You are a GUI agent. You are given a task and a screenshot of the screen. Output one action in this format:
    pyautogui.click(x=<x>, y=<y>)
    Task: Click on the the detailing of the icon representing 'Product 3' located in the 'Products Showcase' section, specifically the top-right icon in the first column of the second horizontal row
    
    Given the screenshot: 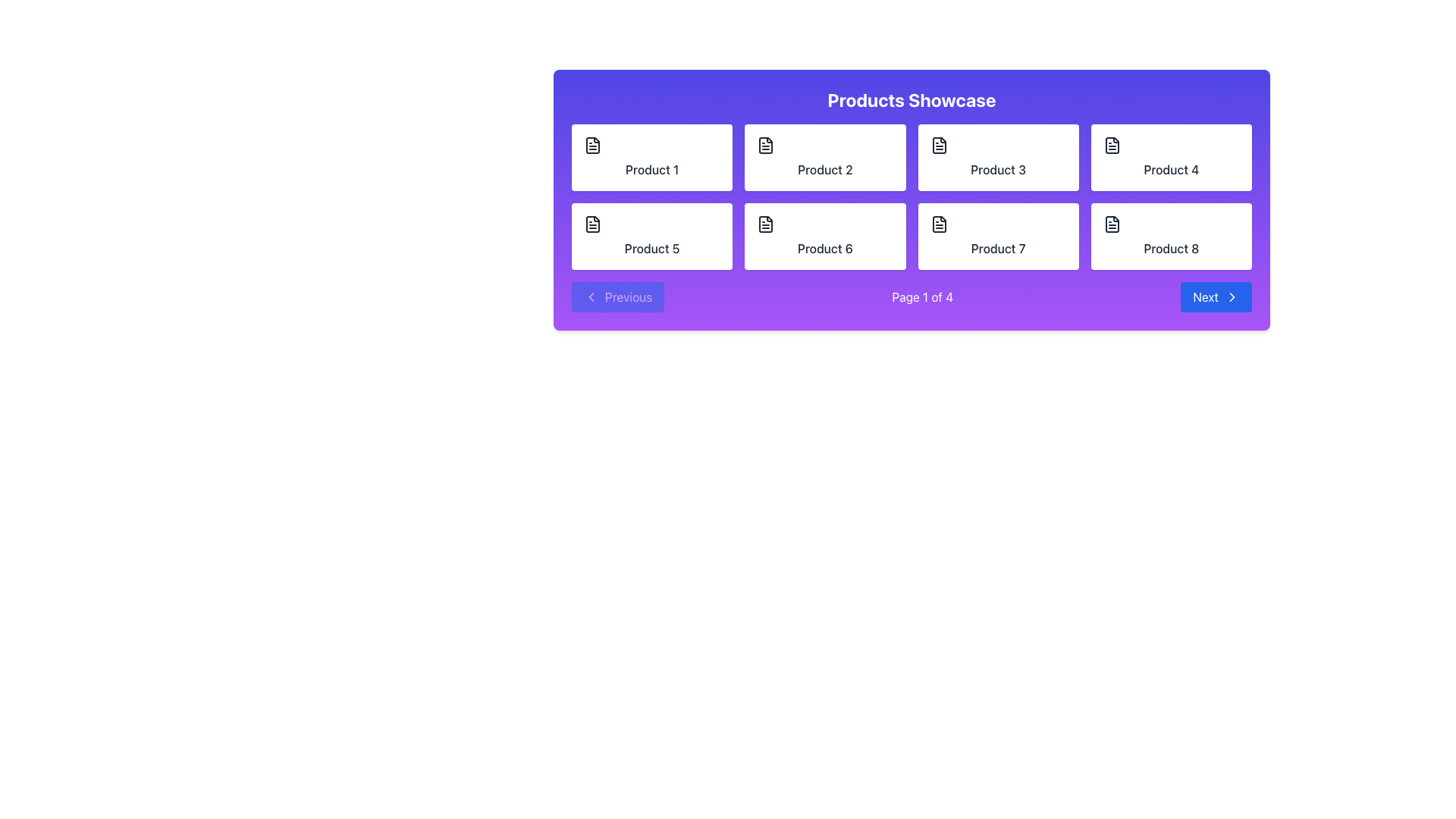 What is the action you would take?
    pyautogui.click(x=938, y=146)
    